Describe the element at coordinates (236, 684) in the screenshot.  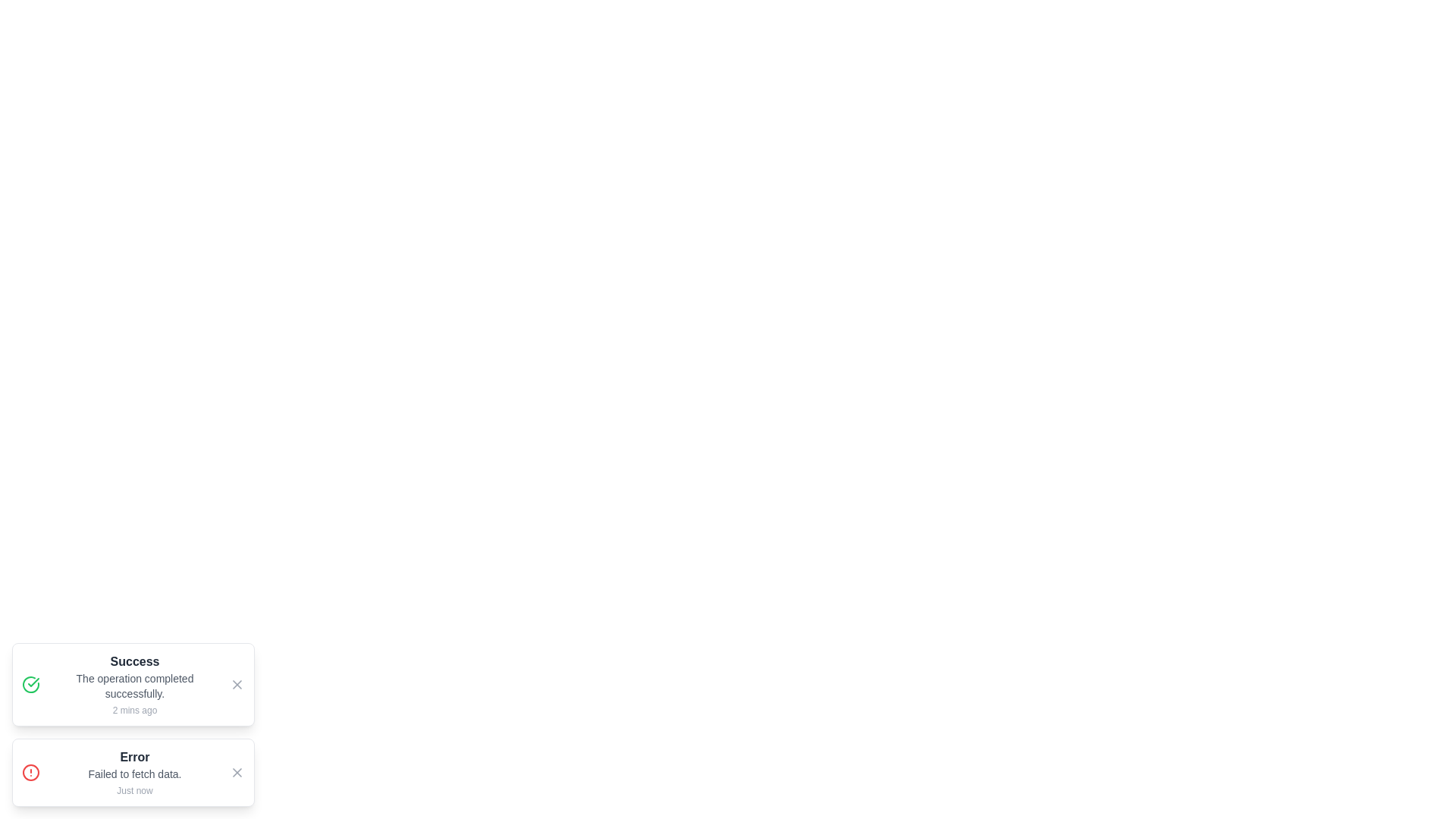
I see `the close button located in the top-right corner of the success notification that displays 'The operation completed successfully.'` at that location.